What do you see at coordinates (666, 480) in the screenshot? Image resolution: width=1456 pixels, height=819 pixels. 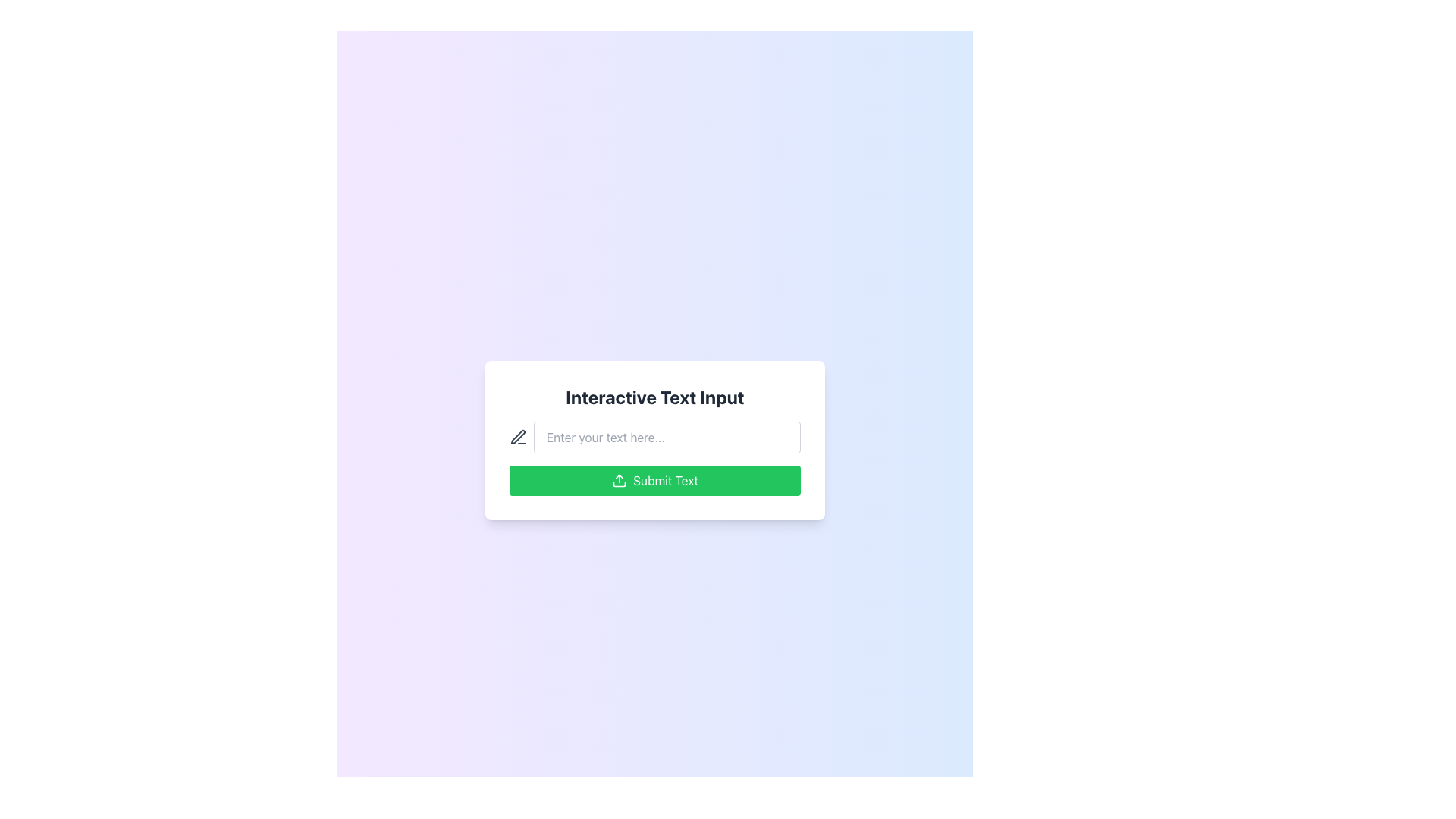 I see `the 'Submit Text' button, which is a green button with rounded corners containing the text styled in white sans-serif font` at bounding box center [666, 480].